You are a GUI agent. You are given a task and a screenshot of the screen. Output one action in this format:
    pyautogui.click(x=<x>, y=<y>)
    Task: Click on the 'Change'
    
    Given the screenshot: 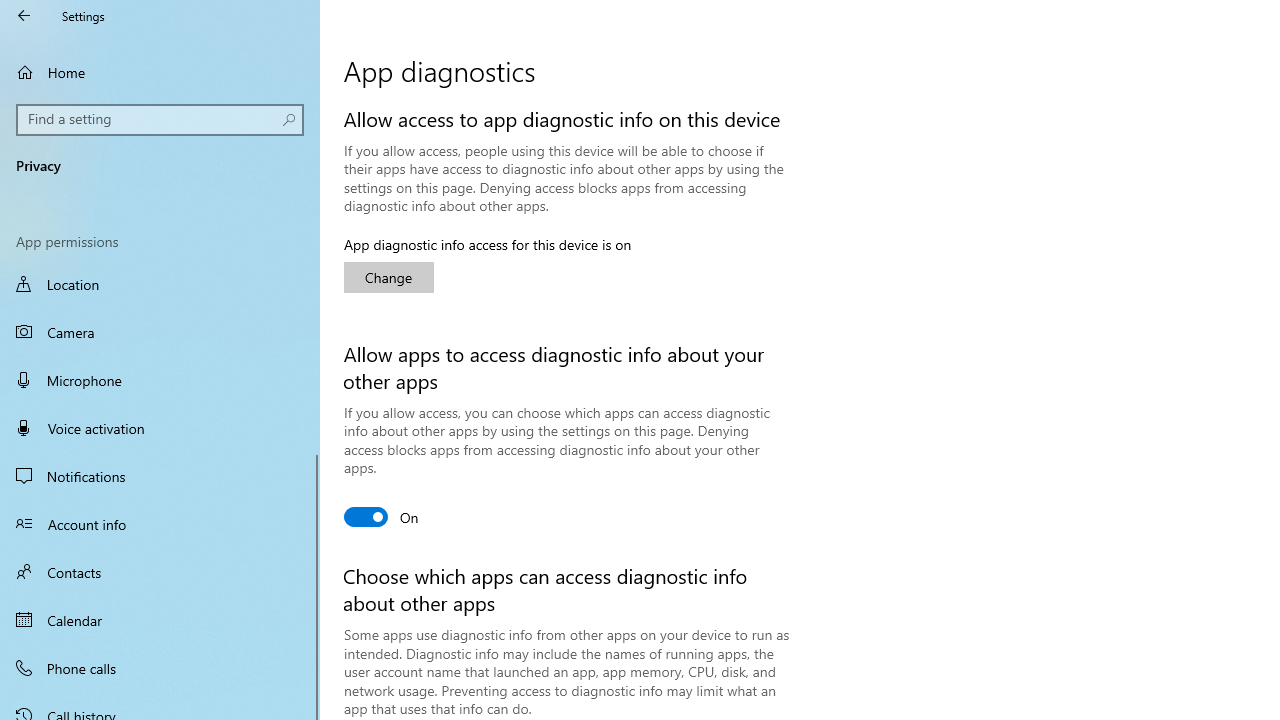 What is the action you would take?
    pyautogui.click(x=389, y=277)
    